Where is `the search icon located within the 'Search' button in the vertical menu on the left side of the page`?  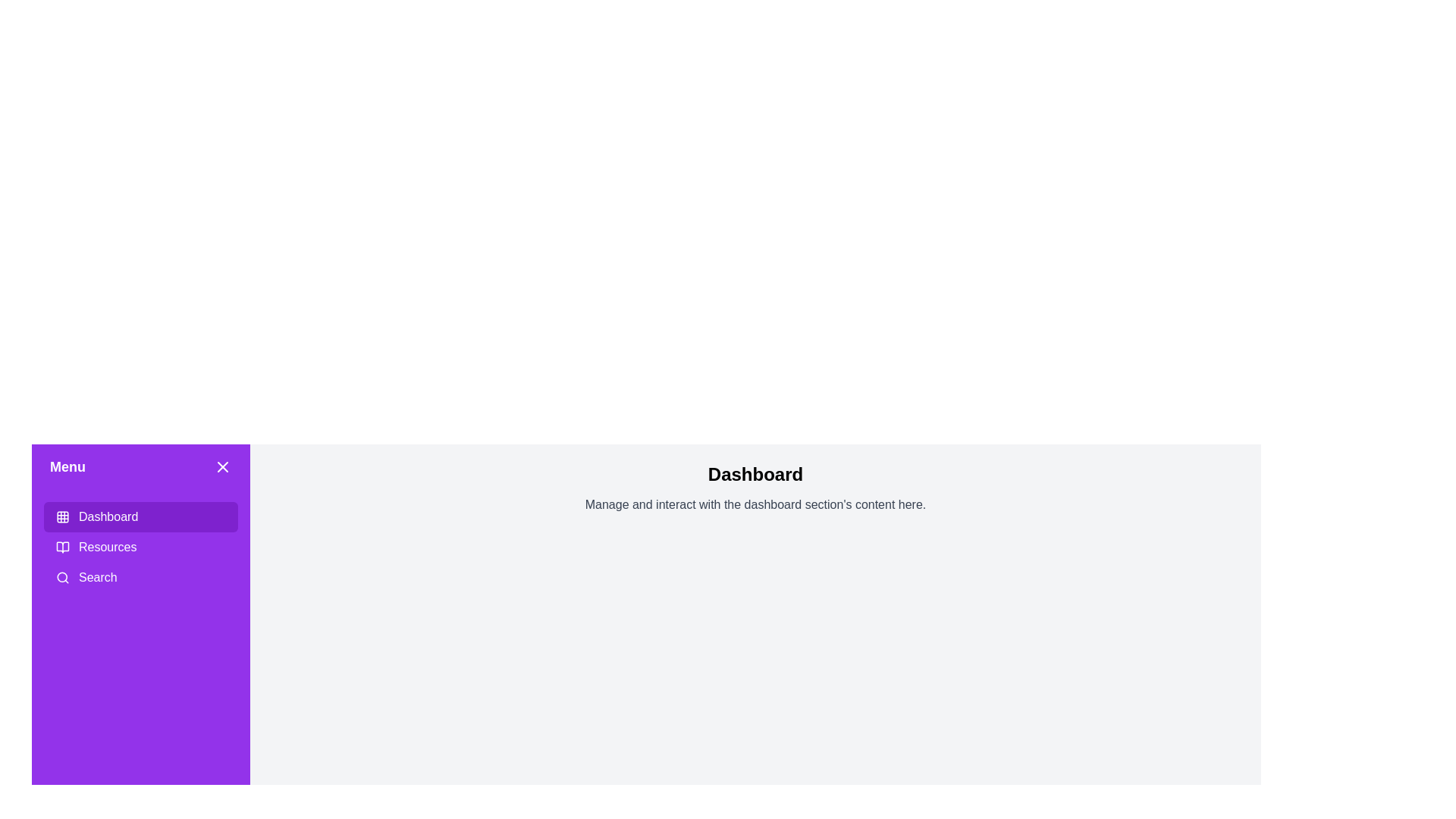
the search icon located within the 'Search' button in the vertical menu on the left side of the page is located at coordinates (61, 578).